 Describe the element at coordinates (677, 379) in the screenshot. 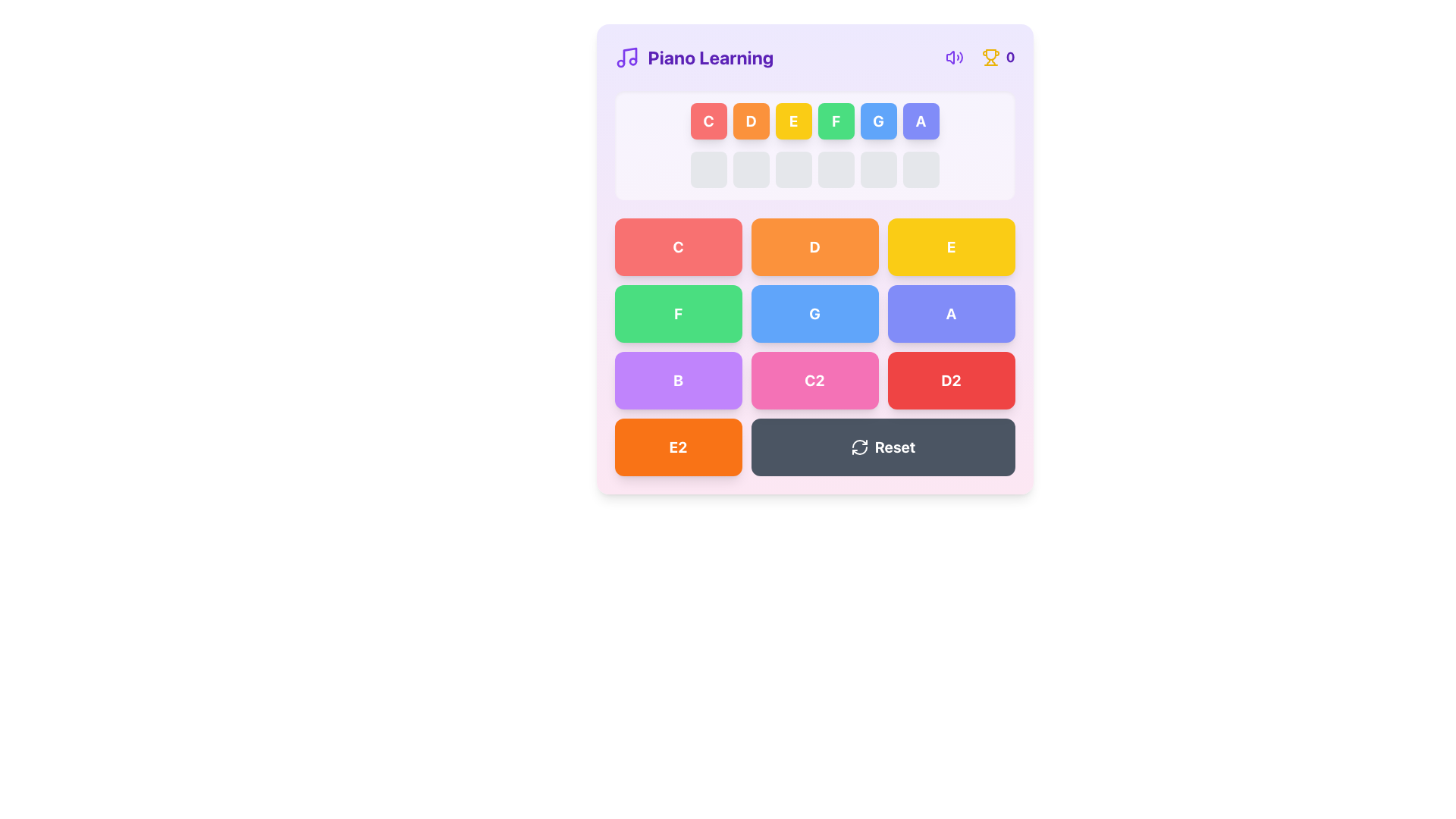

I see `the rectangular purple button with the letter 'B' in bold white text, located in the third row, first column of the grid` at that location.